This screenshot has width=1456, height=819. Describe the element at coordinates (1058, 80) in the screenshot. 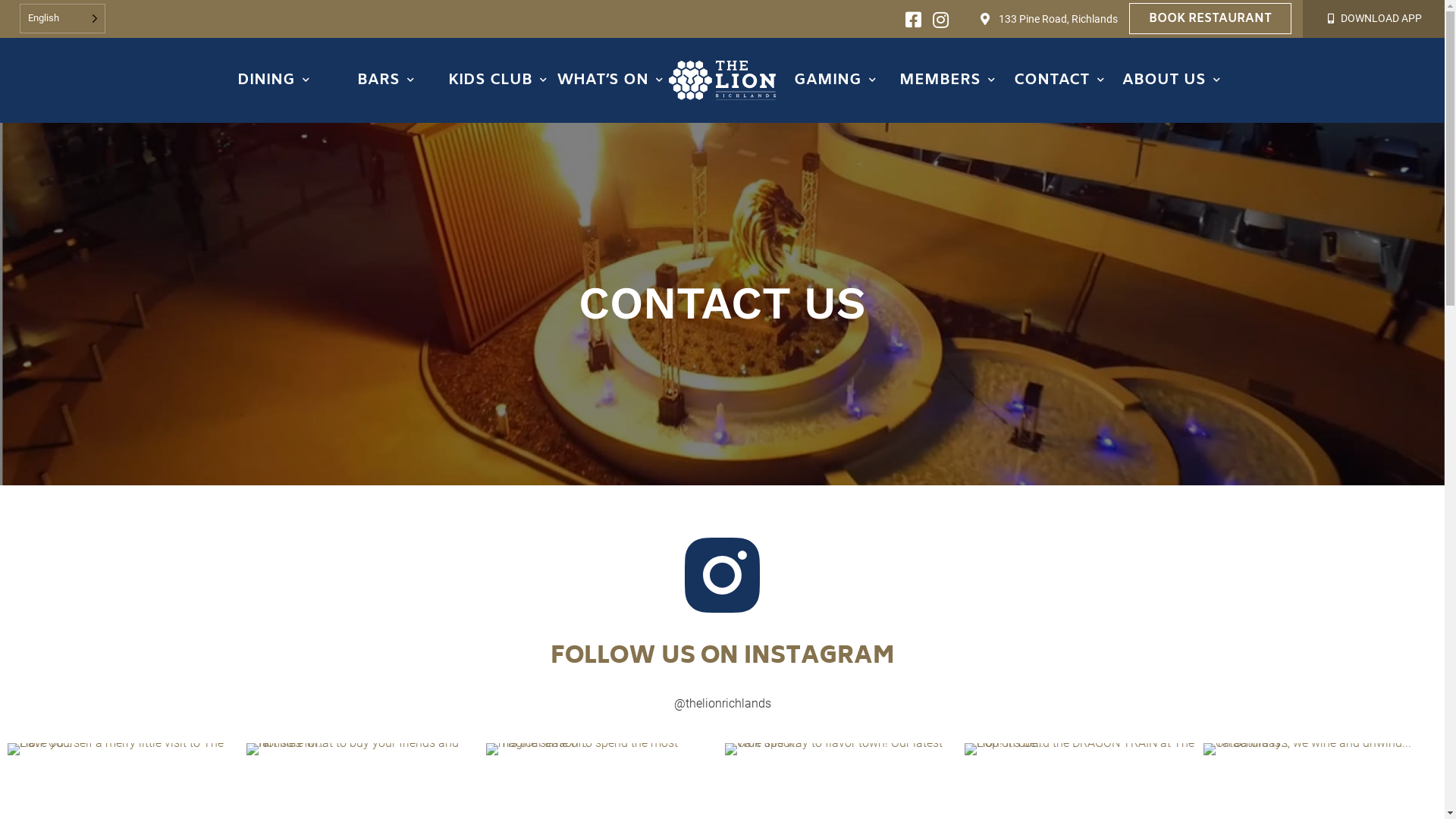

I see `'CONTACT'` at that location.